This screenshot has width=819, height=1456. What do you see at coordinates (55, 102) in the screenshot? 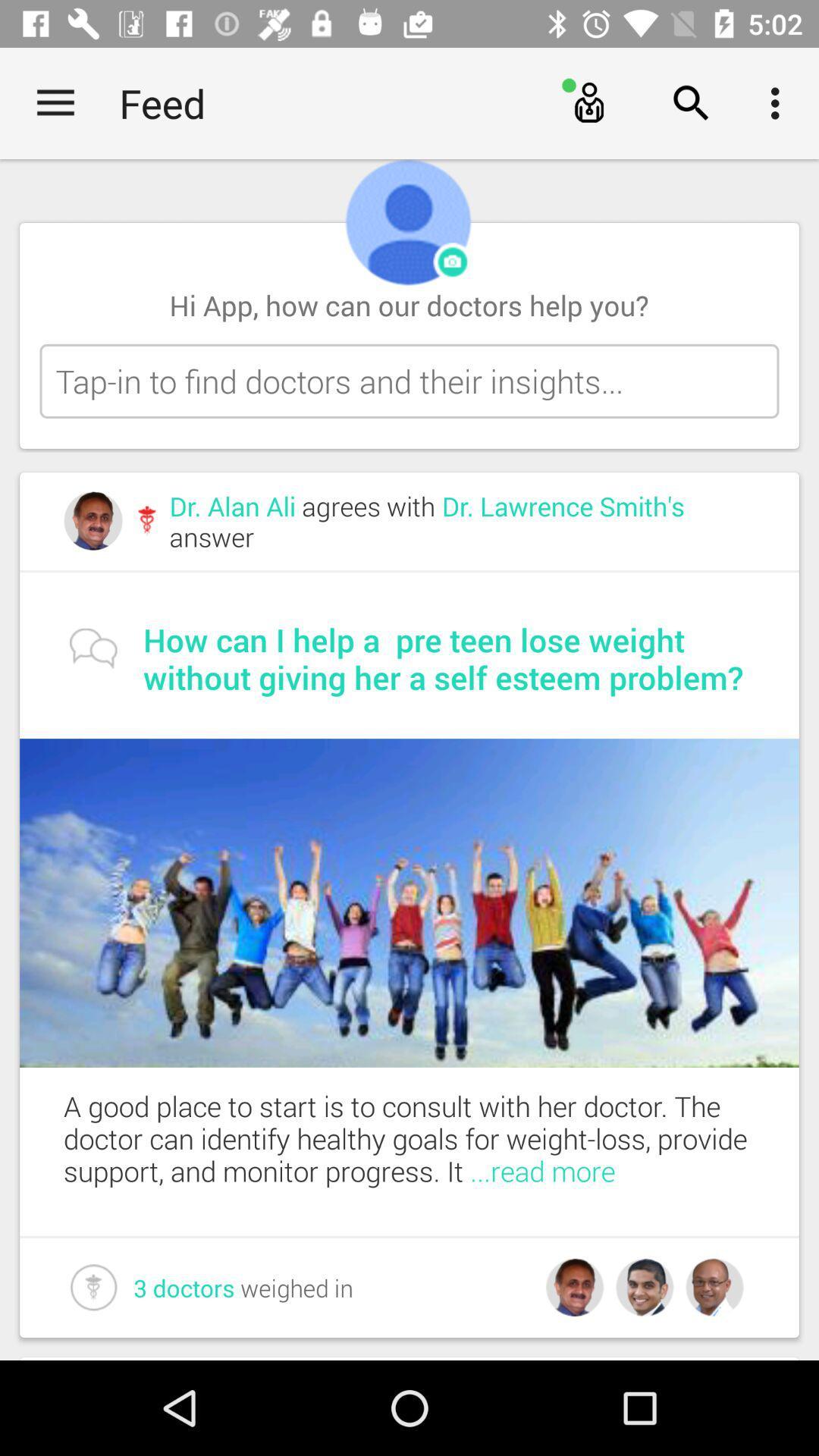
I see `app to the left of the feed app` at bounding box center [55, 102].